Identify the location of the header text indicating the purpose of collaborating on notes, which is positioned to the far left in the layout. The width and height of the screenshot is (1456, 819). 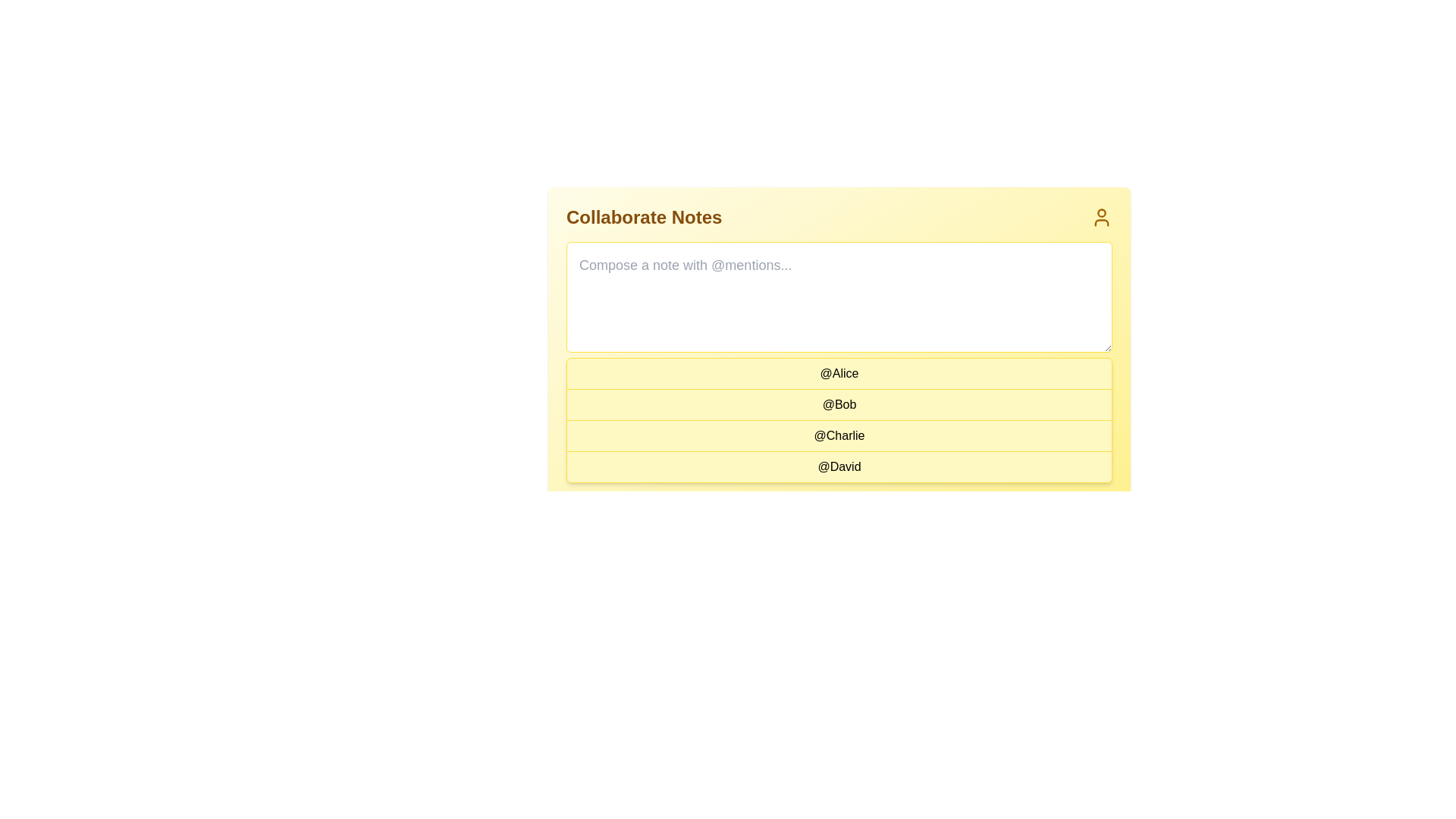
(644, 217).